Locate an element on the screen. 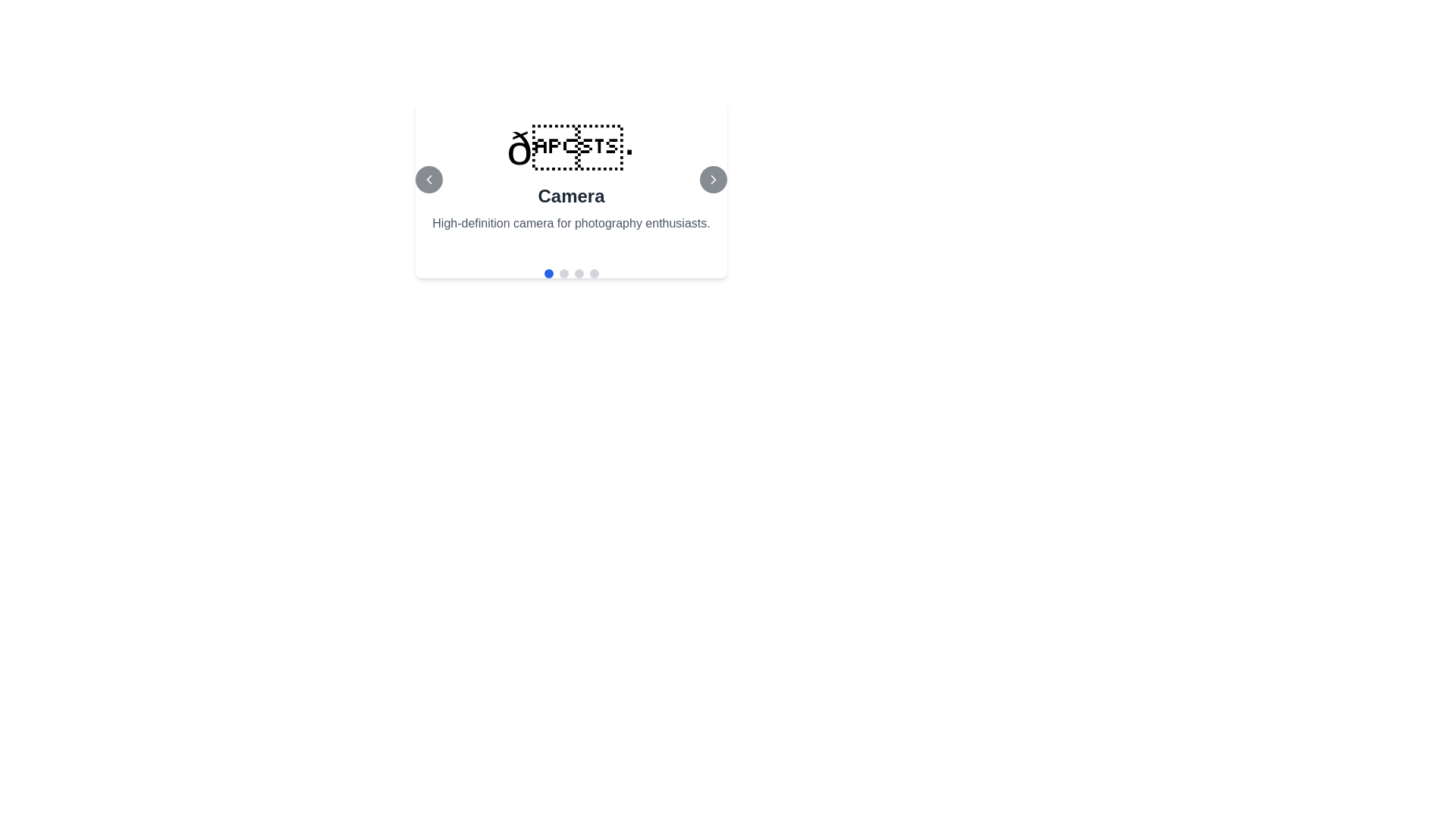  the fourth circular Navigation indicator (dot) which is light gray and measures 12x12 pixels, located beneath the displayed text description and imagery is located at coordinates (593, 274).